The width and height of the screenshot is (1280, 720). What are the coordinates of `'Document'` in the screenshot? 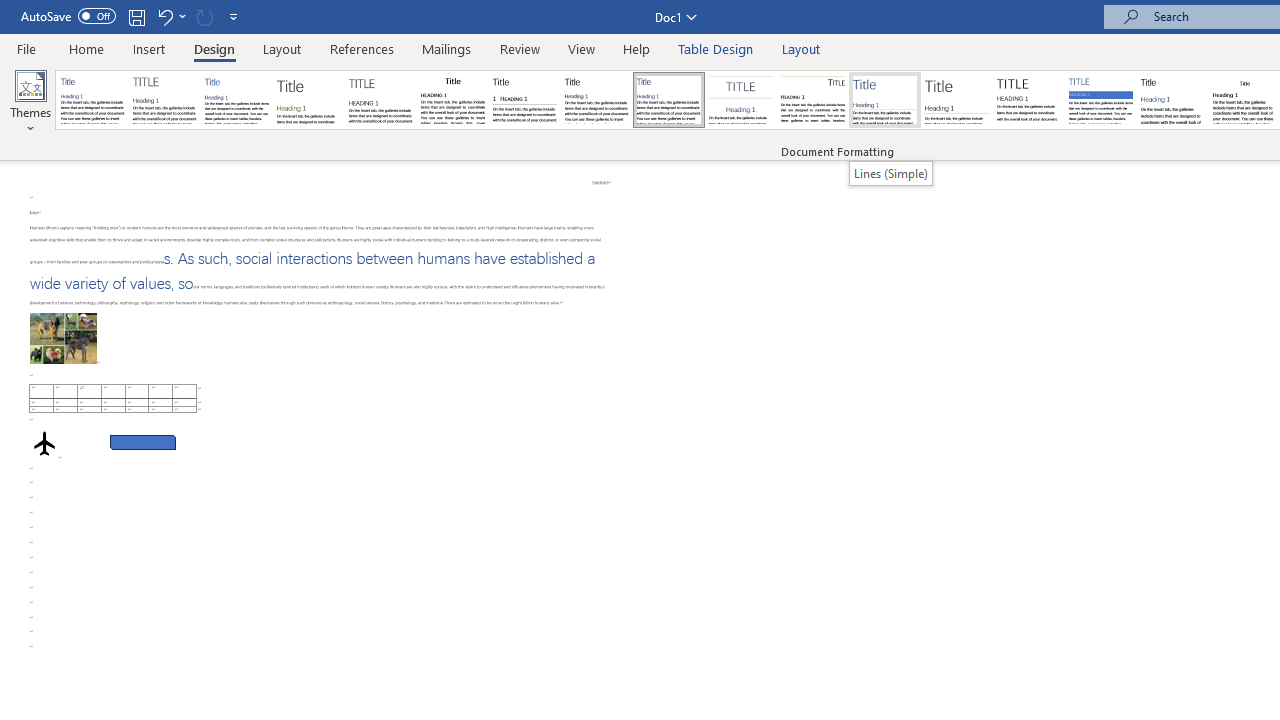 It's located at (92, 100).